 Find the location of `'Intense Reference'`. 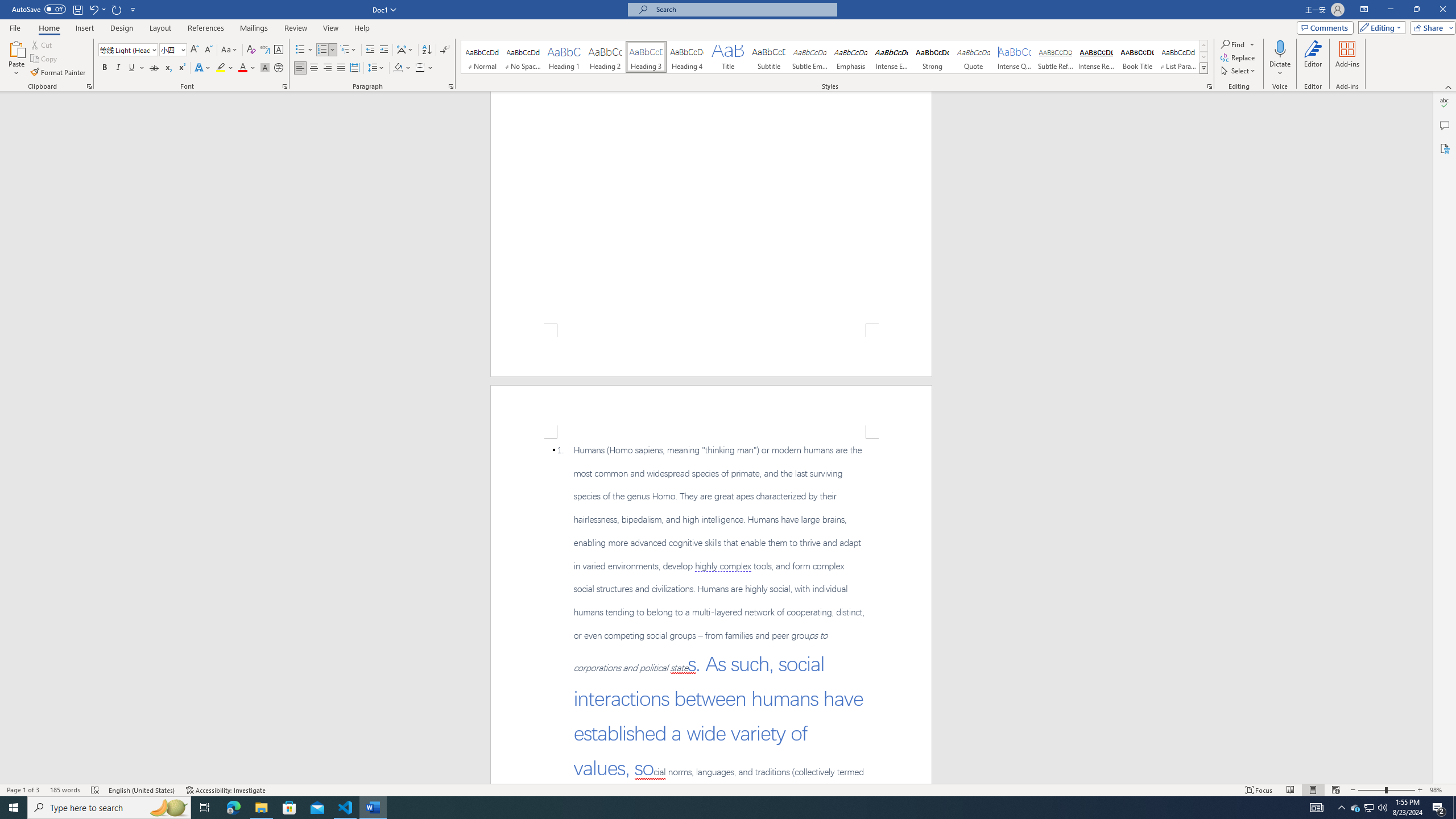

'Intense Reference' is located at coordinates (1096, 56).